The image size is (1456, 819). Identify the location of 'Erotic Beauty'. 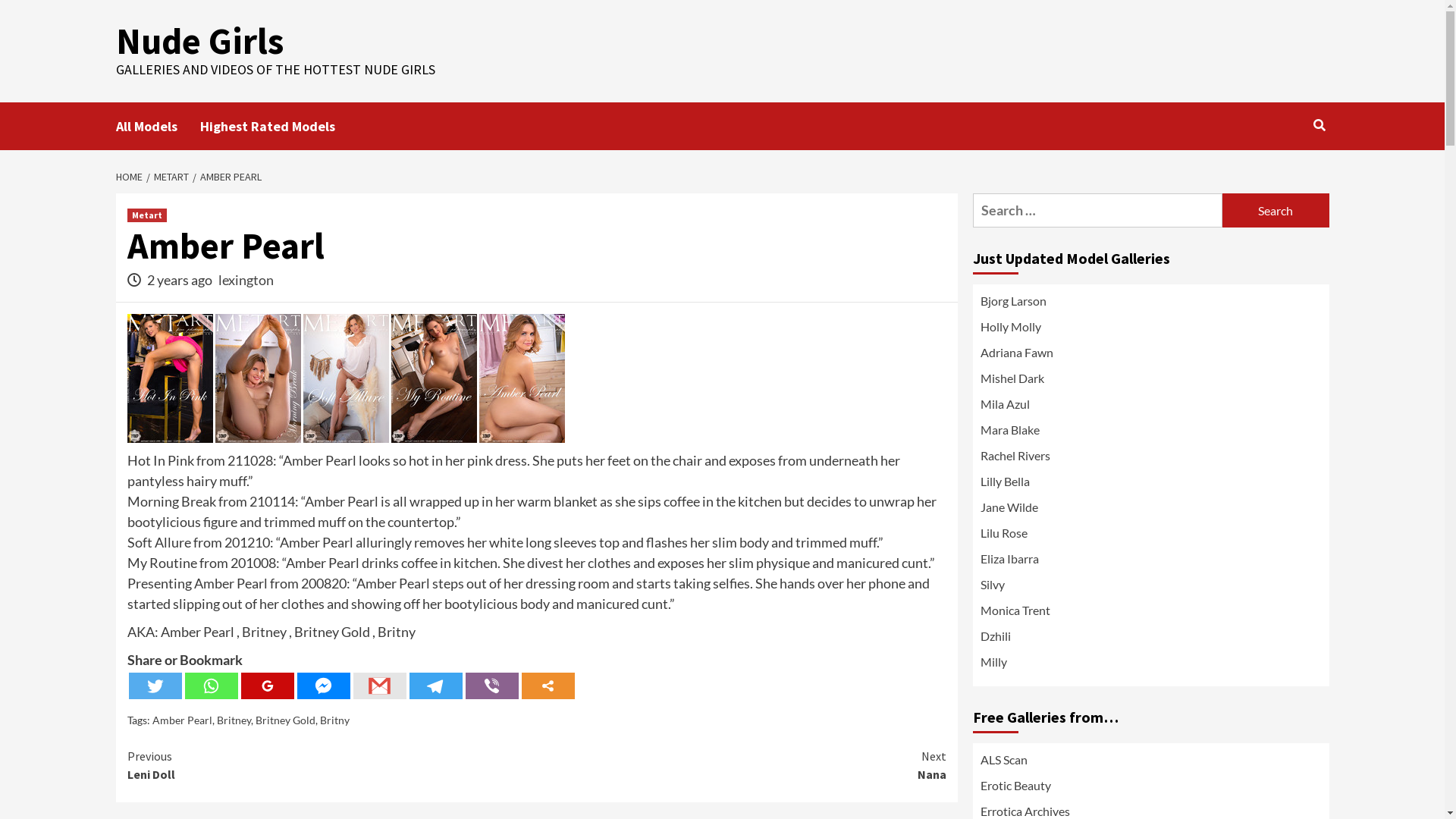
(1015, 785).